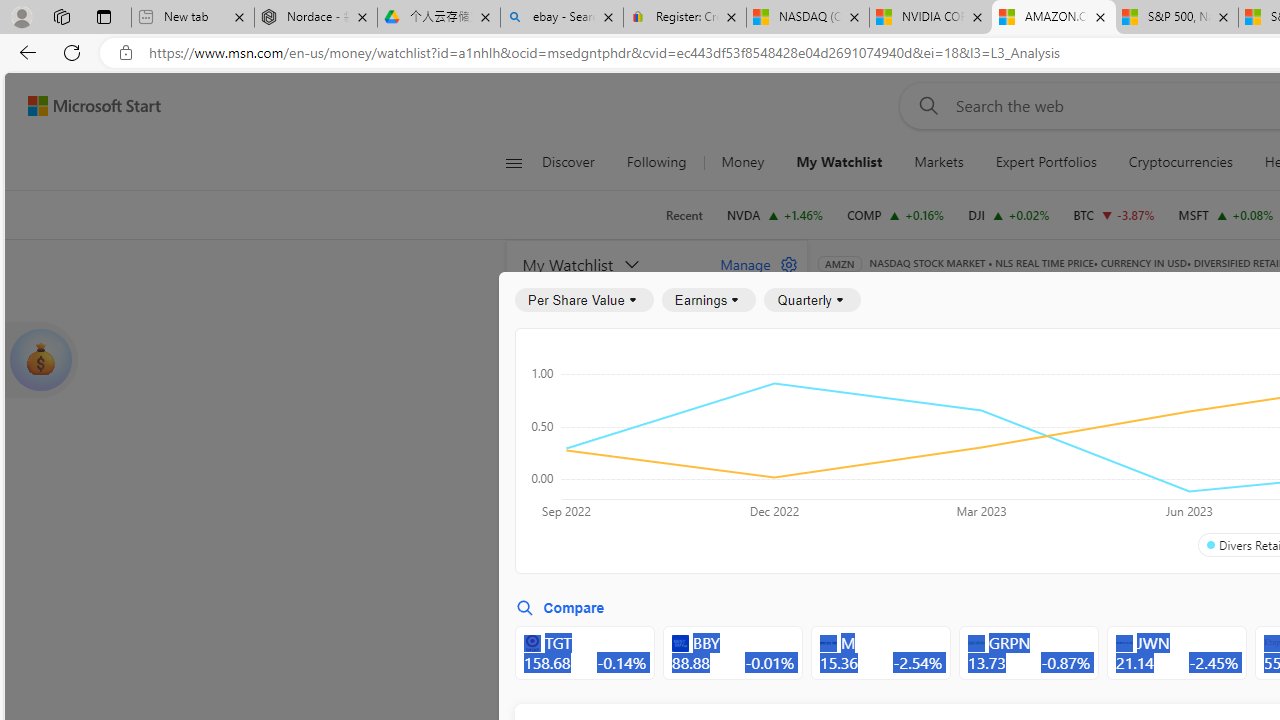 This screenshot has height=720, width=1280. What do you see at coordinates (937, 162) in the screenshot?
I see `'Markets'` at bounding box center [937, 162].